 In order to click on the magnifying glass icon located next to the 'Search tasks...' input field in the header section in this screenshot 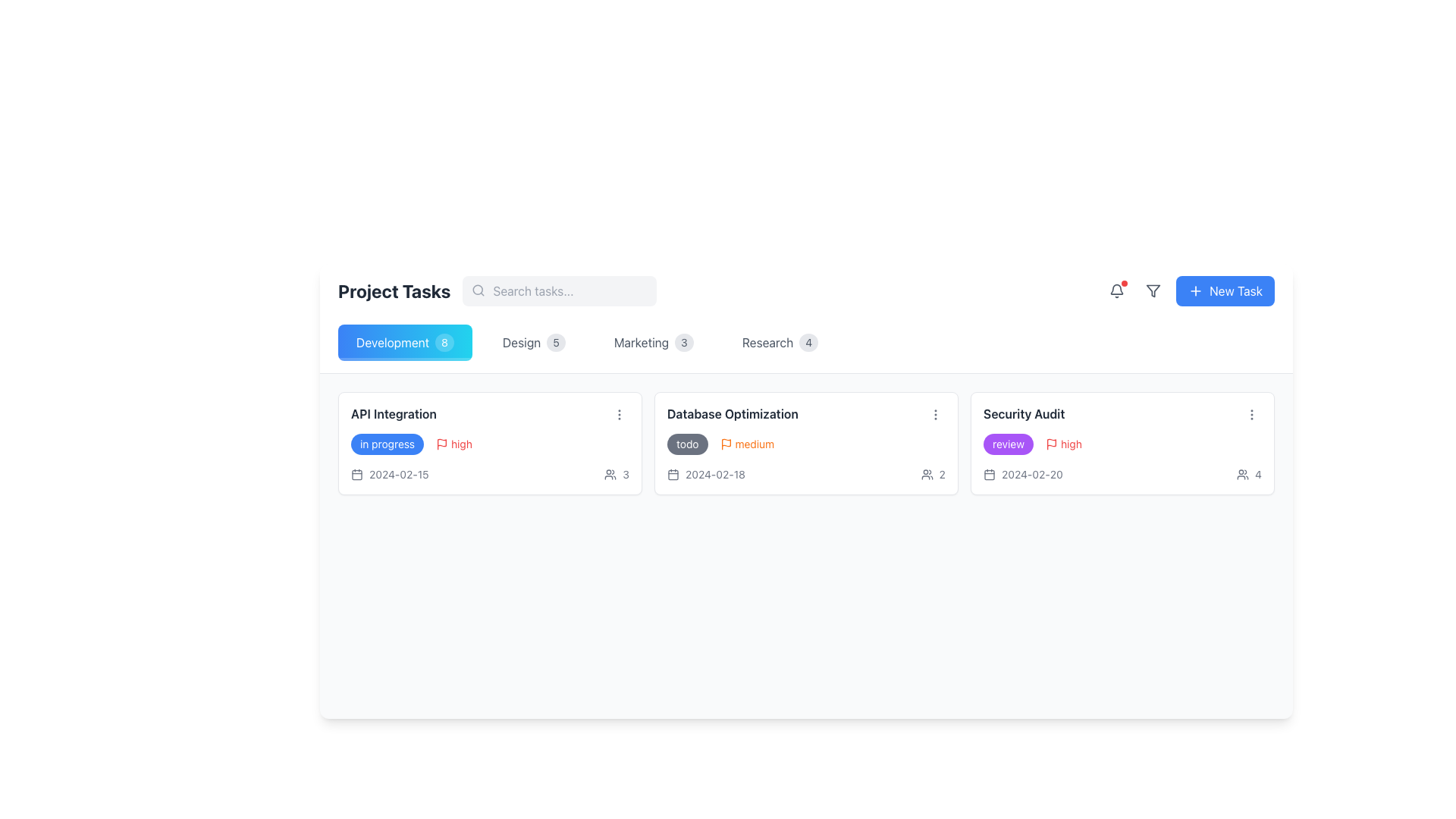, I will do `click(497, 291)`.